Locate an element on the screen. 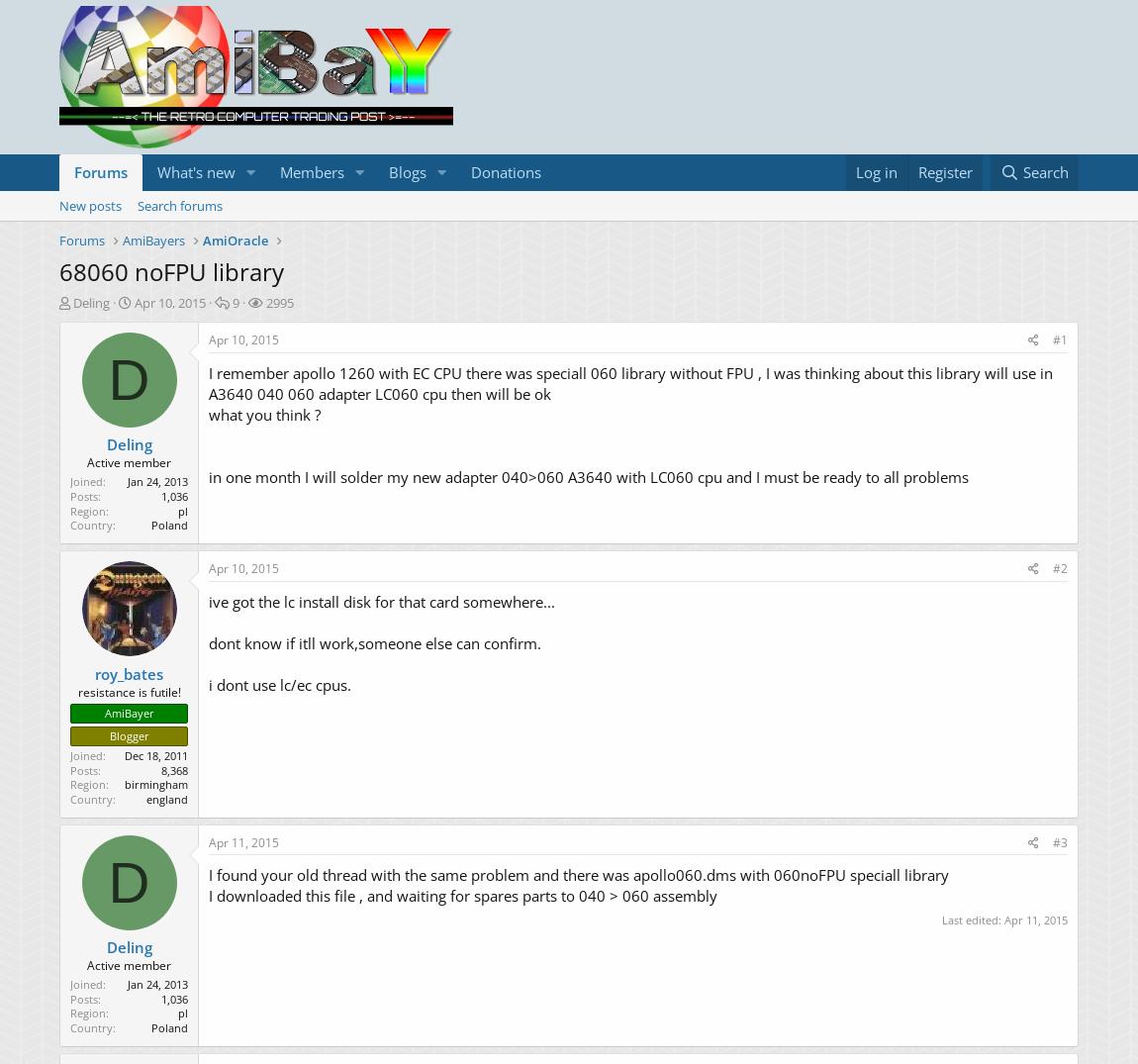  'AmiBayers' is located at coordinates (152, 238).